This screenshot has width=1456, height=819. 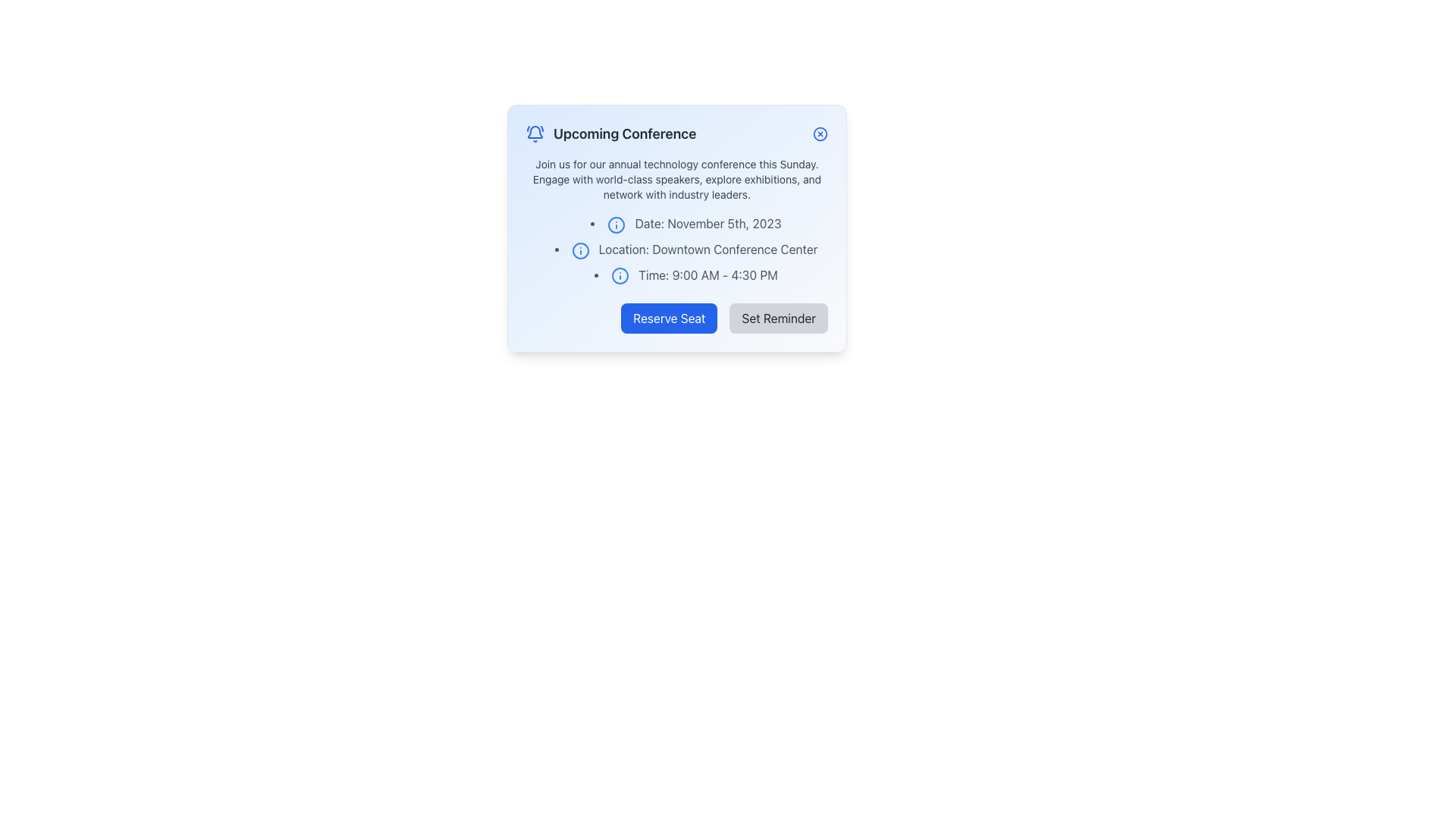 I want to click on the blue circular button with an 'x' mark located at the top-right corner of the card containing the 'Upcoming Conference' header, so click(x=819, y=133).